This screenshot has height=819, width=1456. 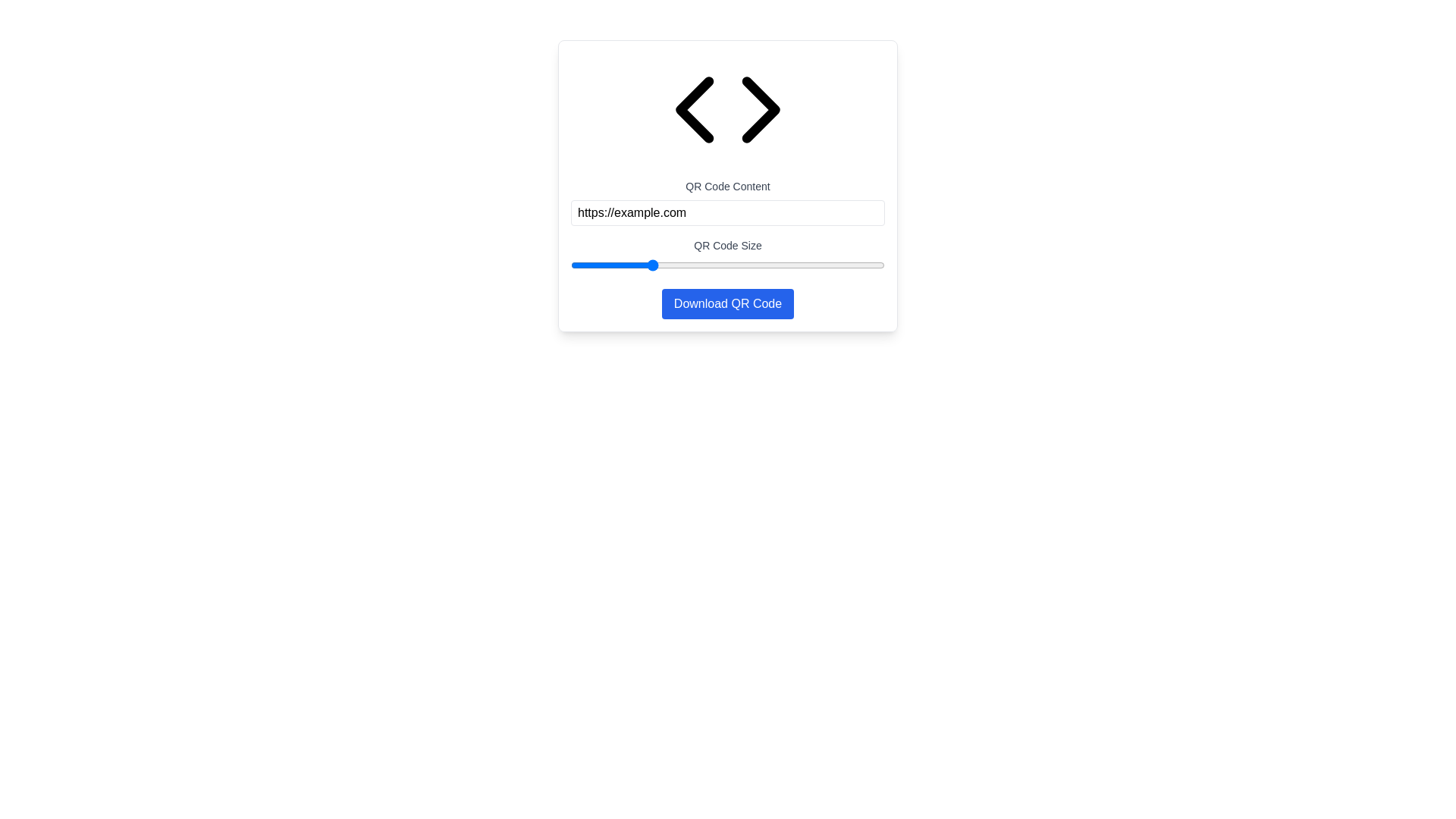 What do you see at coordinates (638, 265) in the screenshot?
I see `QR code size` at bounding box center [638, 265].